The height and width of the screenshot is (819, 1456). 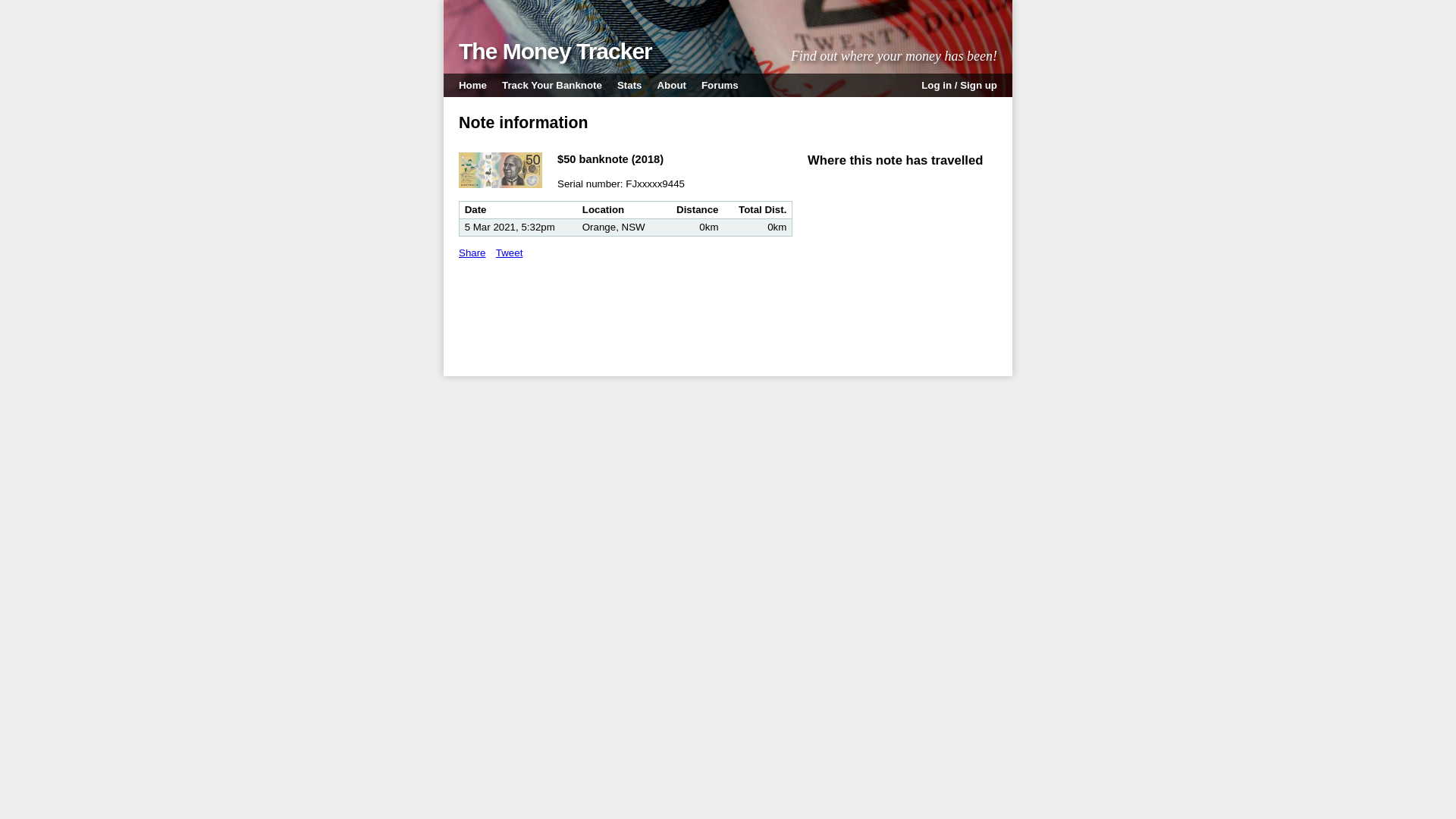 I want to click on 'Tweet', so click(x=510, y=252).